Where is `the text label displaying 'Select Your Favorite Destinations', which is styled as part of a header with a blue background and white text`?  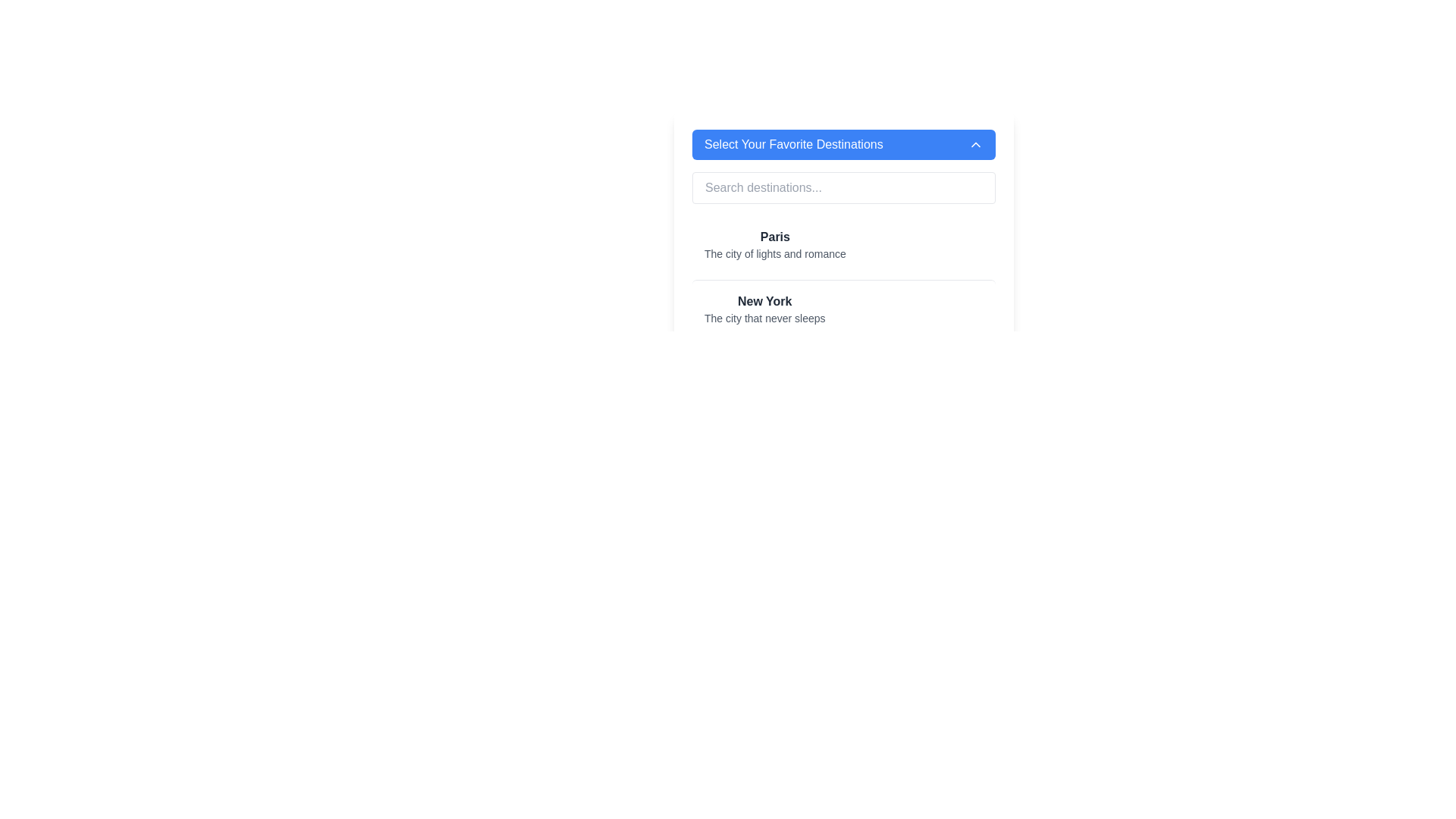 the text label displaying 'Select Your Favorite Destinations', which is styled as part of a header with a blue background and white text is located at coordinates (792, 145).